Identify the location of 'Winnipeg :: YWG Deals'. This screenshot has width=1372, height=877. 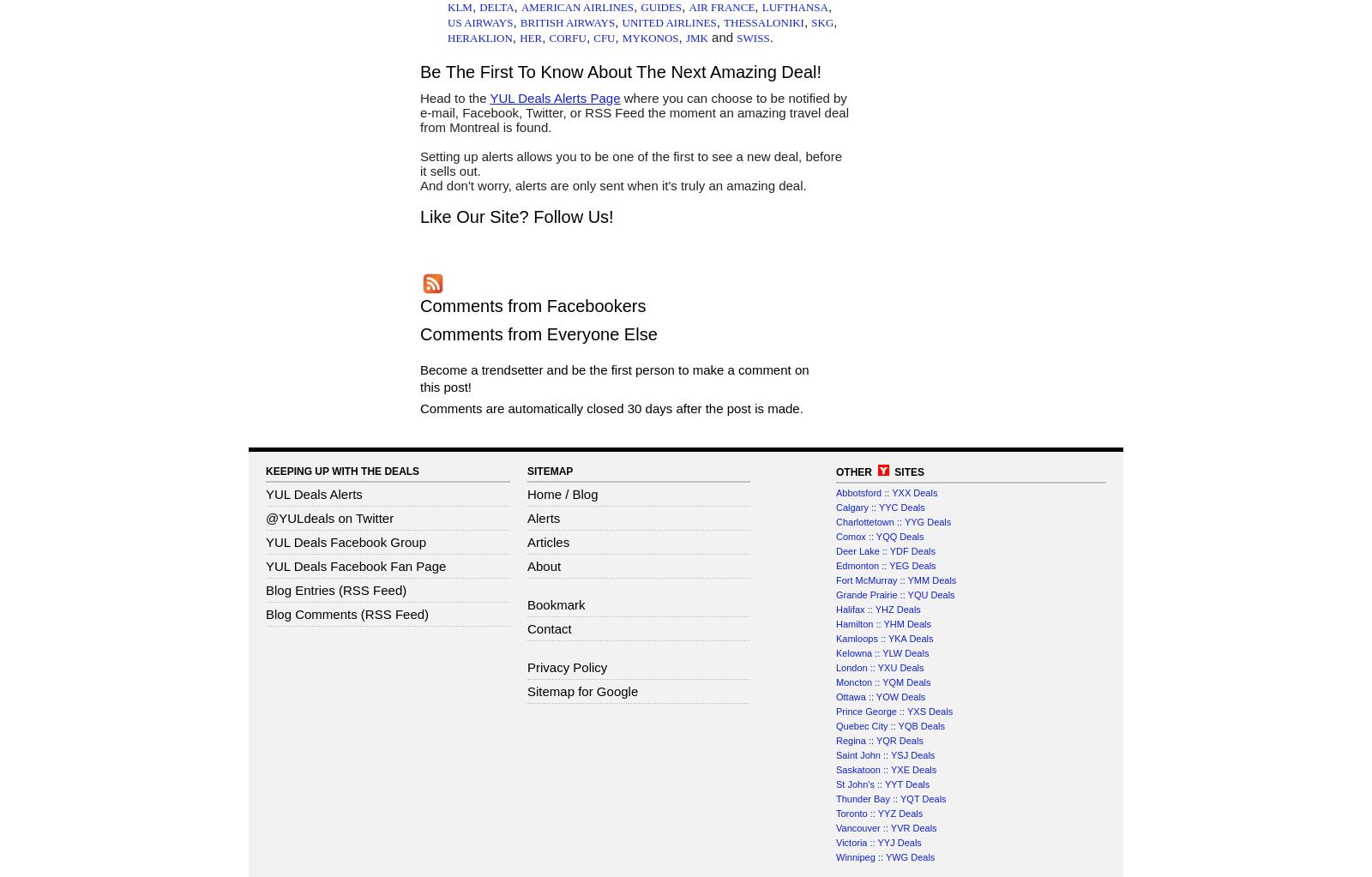
(885, 855).